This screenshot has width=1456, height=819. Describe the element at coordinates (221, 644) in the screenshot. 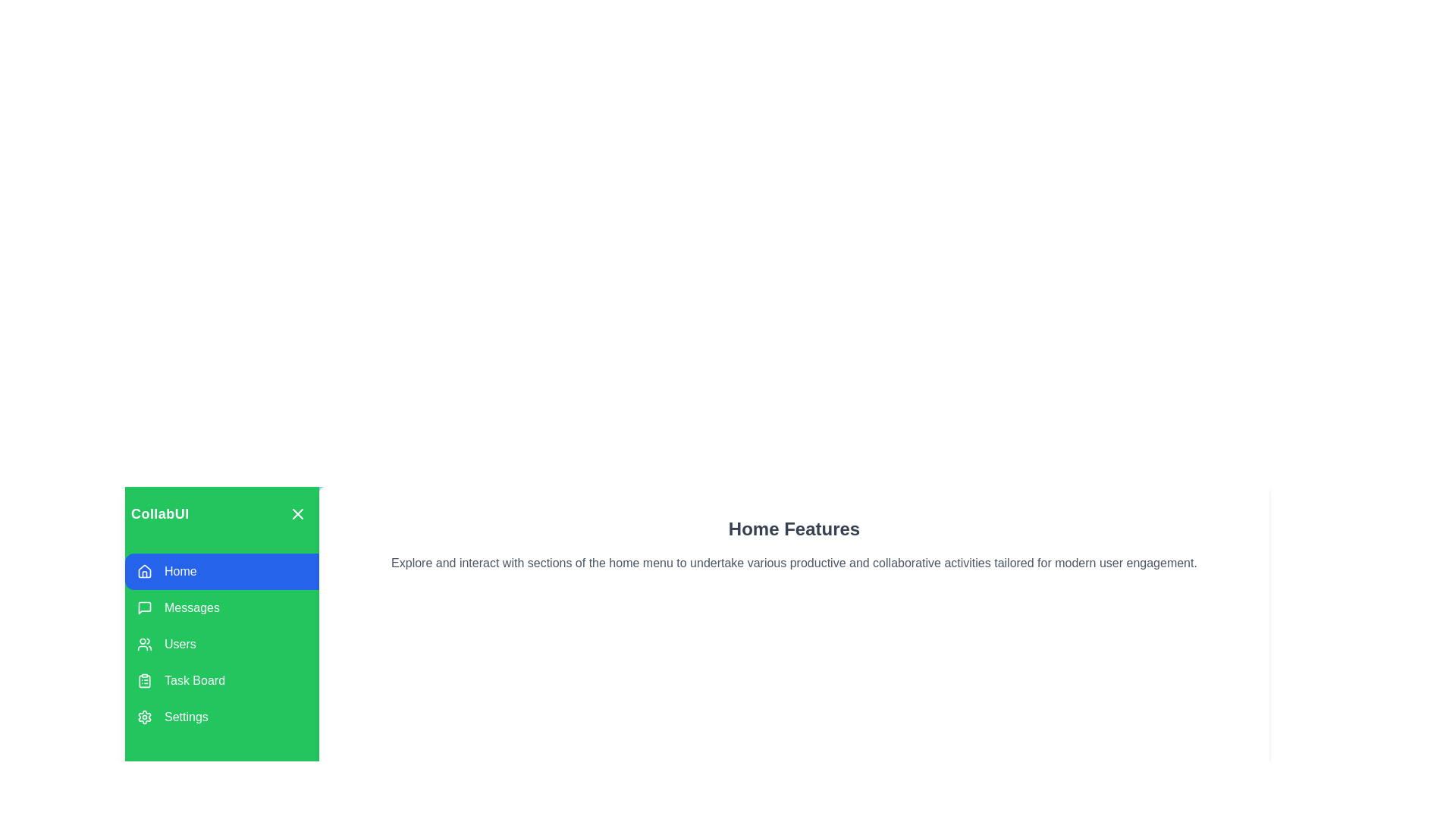

I see `the menu option Users to observe its hover effect` at that location.